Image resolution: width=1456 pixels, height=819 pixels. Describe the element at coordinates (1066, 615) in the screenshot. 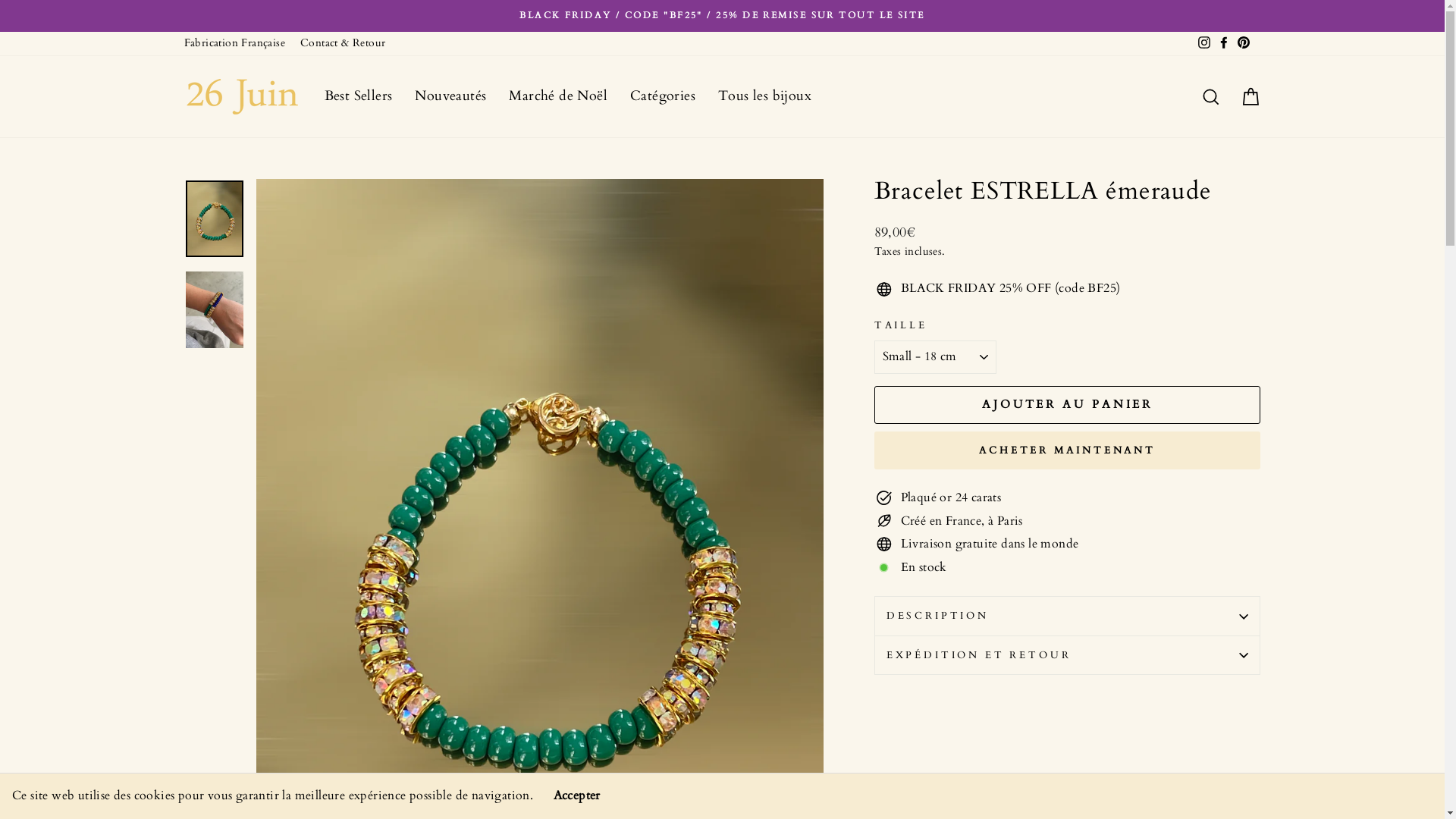

I see `'DESCRIPTION'` at that location.